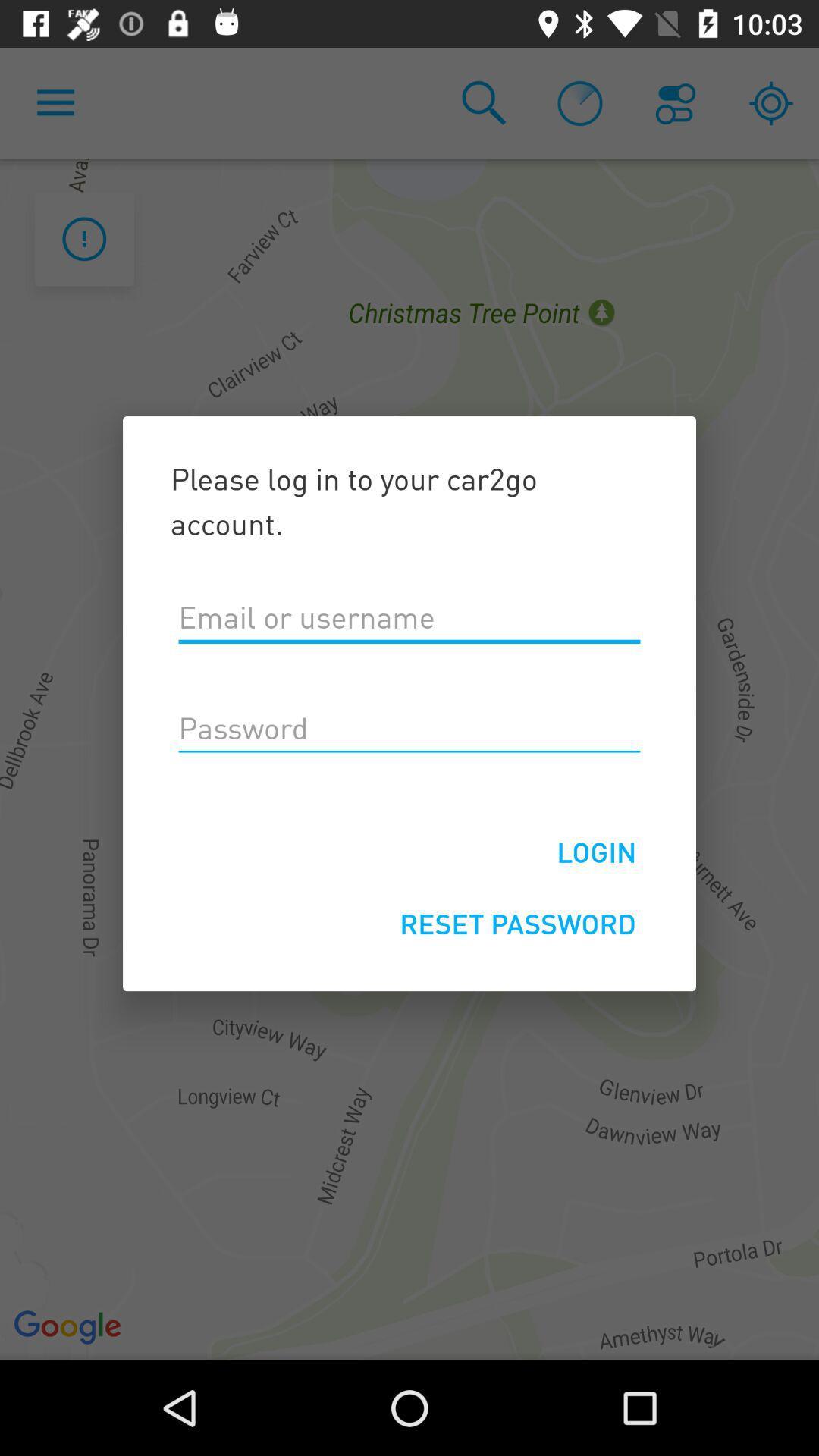 This screenshot has width=819, height=1456. What do you see at coordinates (409, 729) in the screenshot?
I see `the password to login` at bounding box center [409, 729].